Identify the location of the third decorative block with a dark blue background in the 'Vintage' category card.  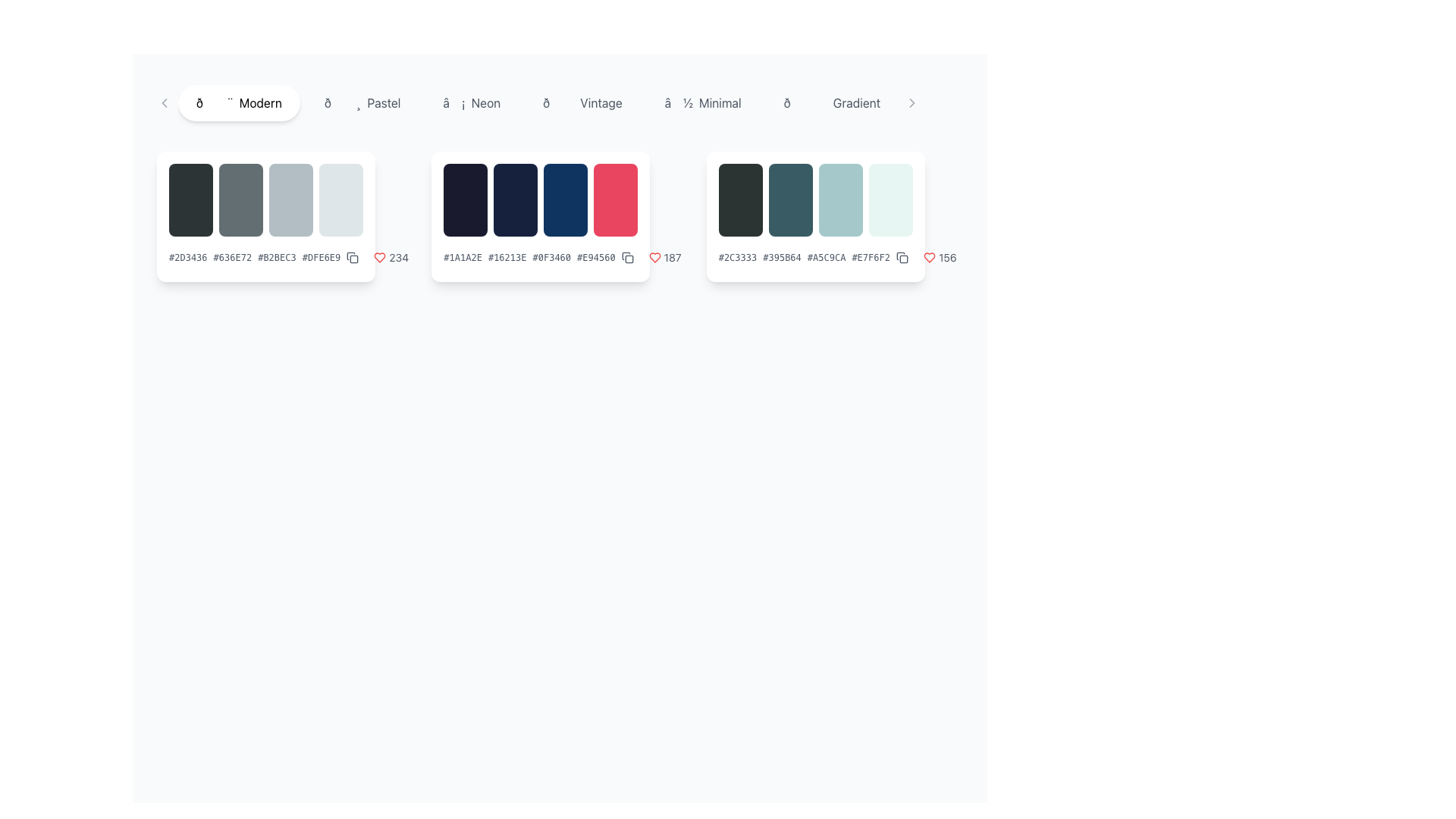
(565, 199).